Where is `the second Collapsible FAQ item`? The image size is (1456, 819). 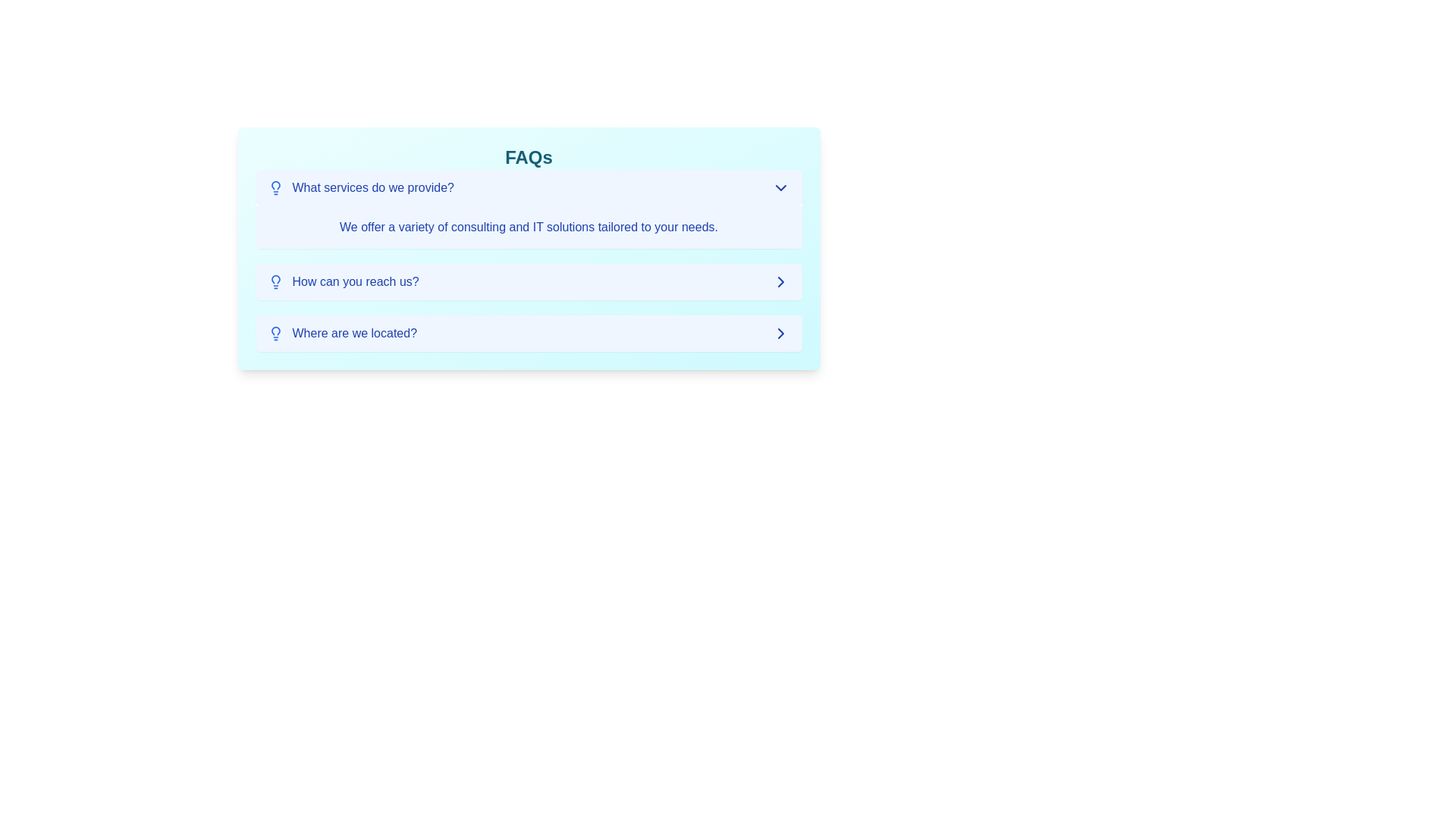
the second Collapsible FAQ item is located at coordinates (529, 259).